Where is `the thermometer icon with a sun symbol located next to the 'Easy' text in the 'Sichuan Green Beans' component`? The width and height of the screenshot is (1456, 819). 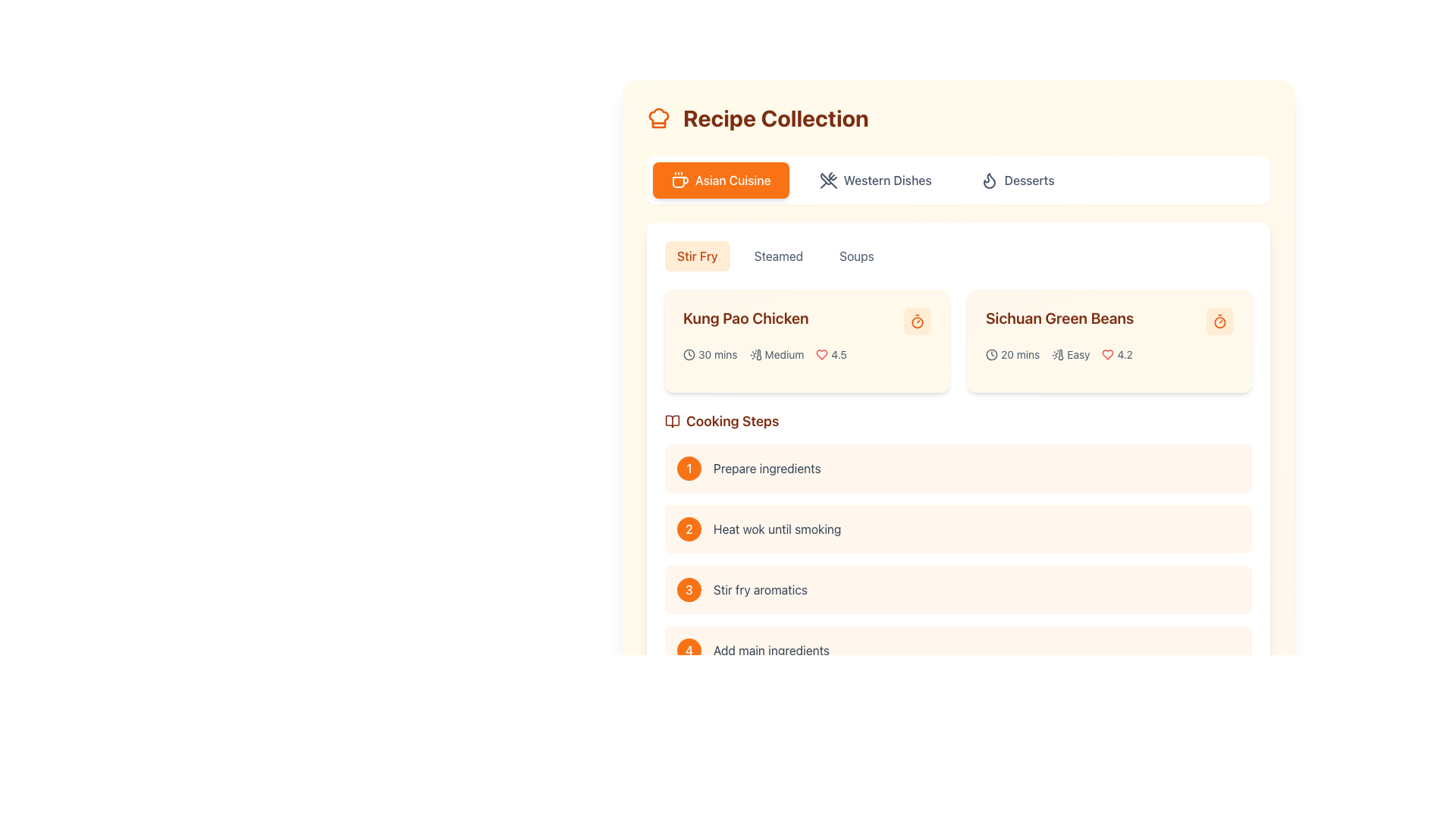
the thermometer icon with a sun symbol located next to the 'Easy' text in the 'Sichuan Green Beans' component is located at coordinates (1057, 354).